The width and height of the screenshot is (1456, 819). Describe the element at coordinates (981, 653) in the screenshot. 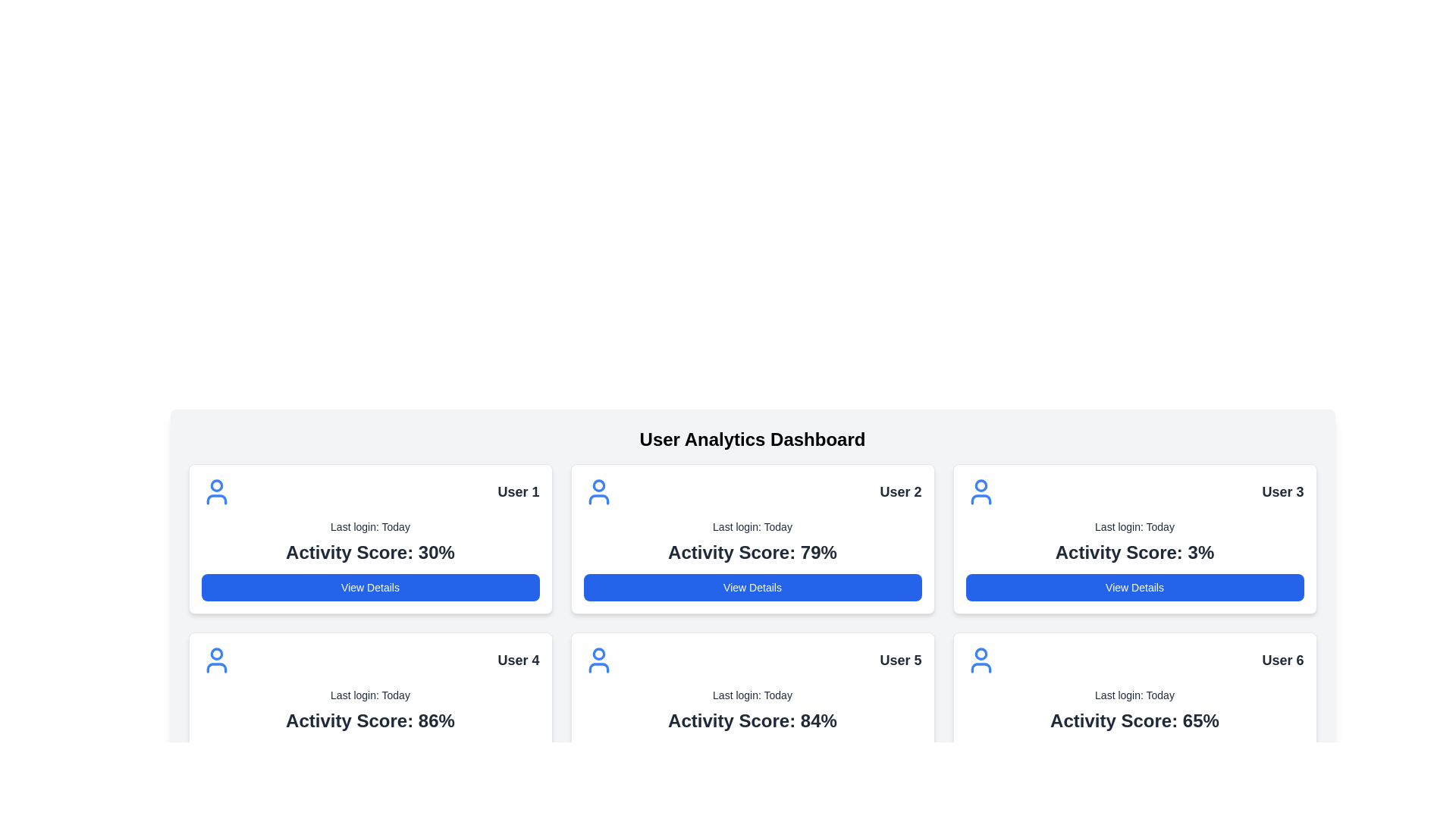

I see `the Circle graphical element that is part of the user profile icon for 'User 6' located in the second row, third column of the dashboard` at that location.